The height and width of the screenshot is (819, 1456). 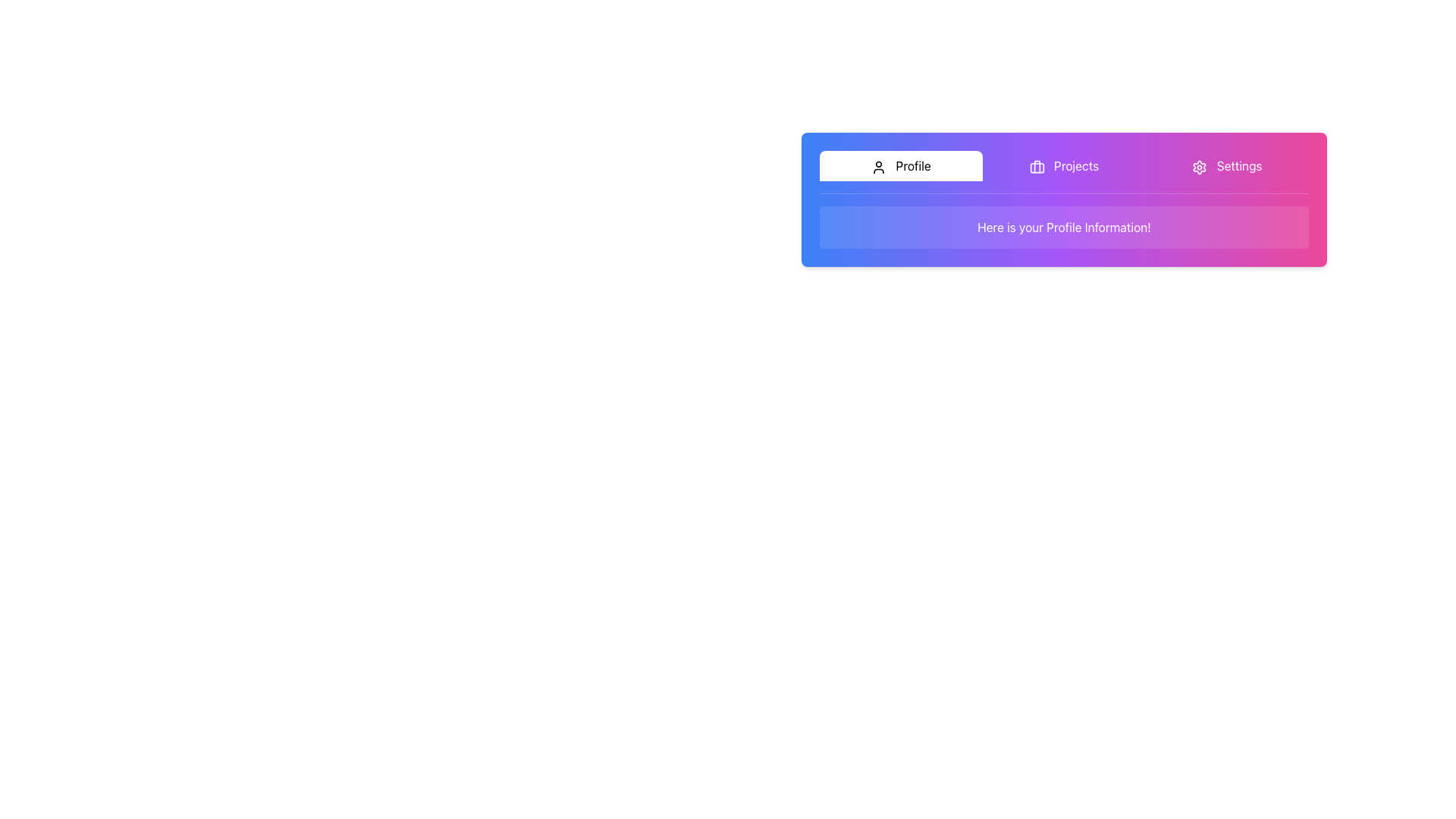 I want to click on the 'Settings' Tab Button located in the horizontal navigation bar to trigger the hover effect, so click(x=1227, y=166).